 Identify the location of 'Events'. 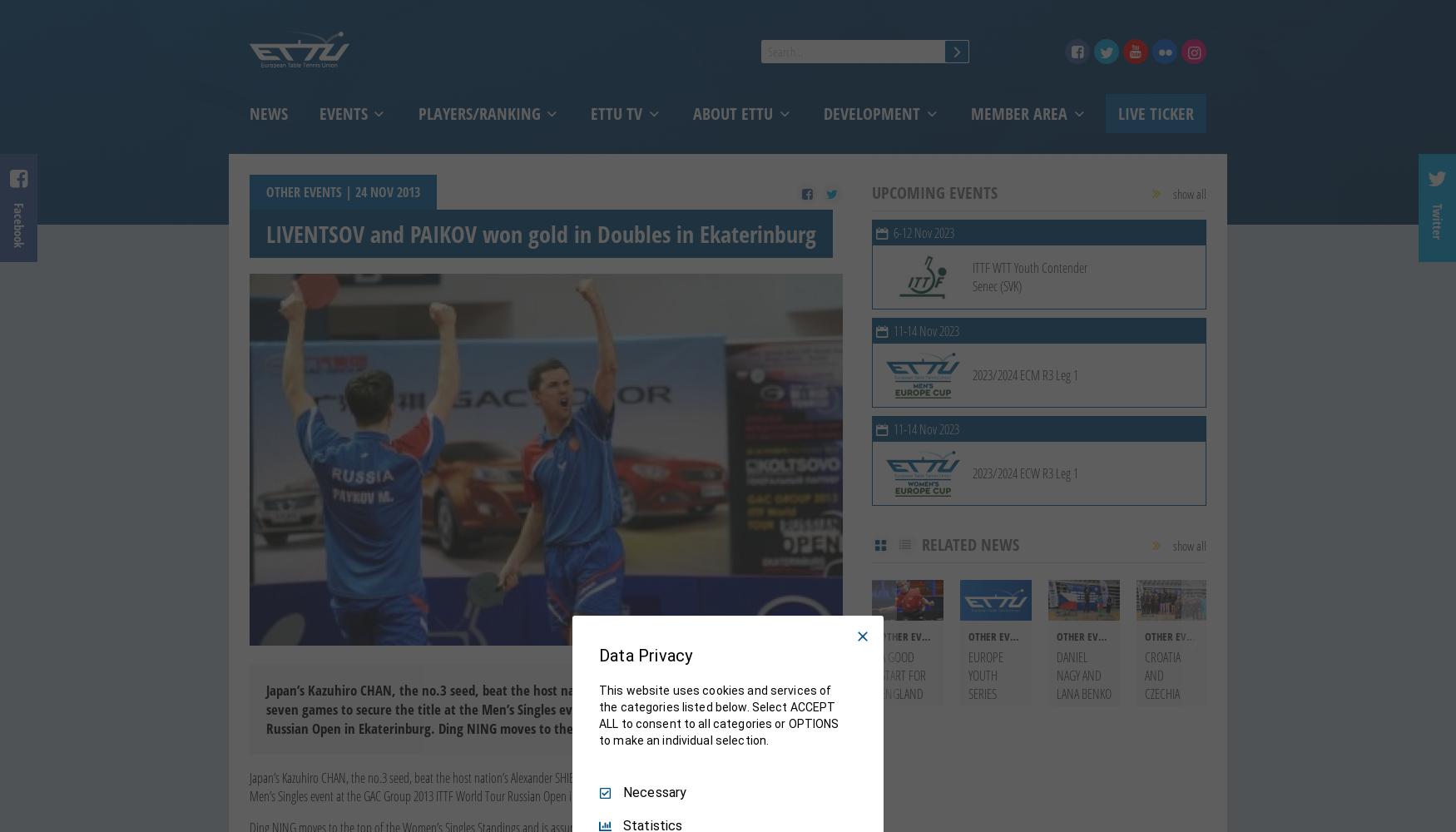
(344, 113).